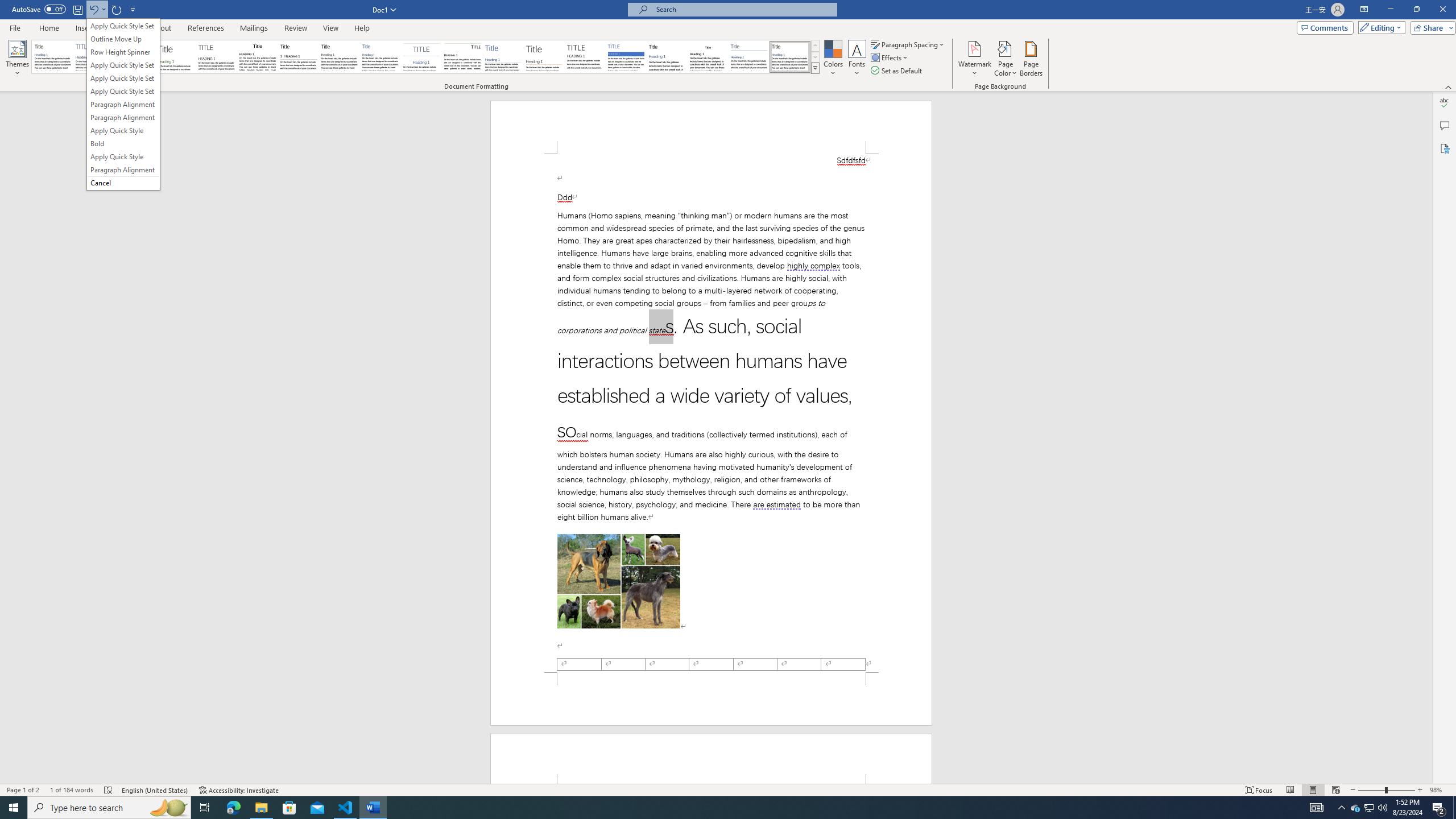 This screenshot has height=819, width=1456. Describe the element at coordinates (711, 412) in the screenshot. I see `'Page 1 content'` at that location.